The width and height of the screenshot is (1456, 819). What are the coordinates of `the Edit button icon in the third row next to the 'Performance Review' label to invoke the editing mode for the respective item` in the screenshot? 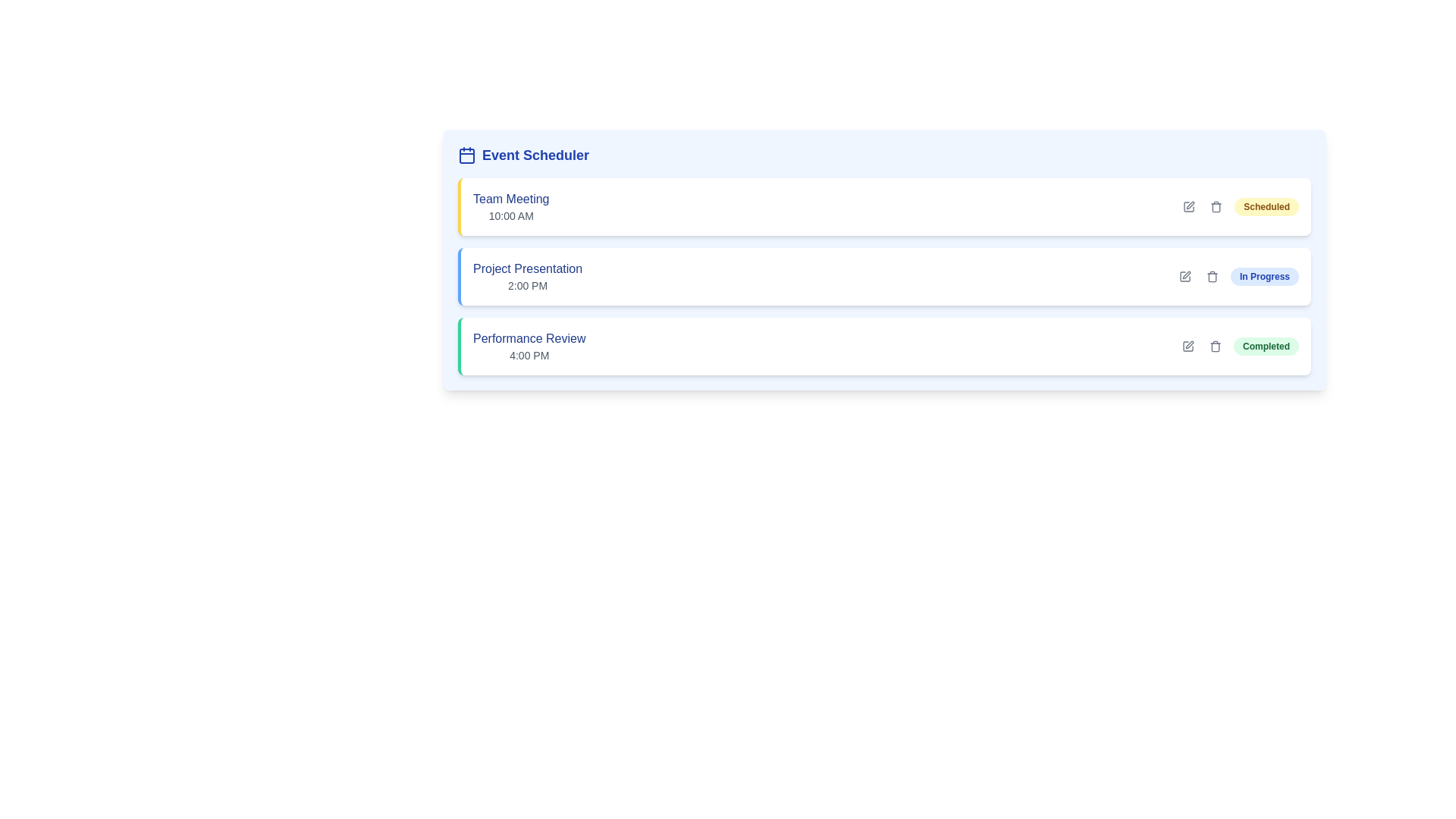 It's located at (1189, 345).